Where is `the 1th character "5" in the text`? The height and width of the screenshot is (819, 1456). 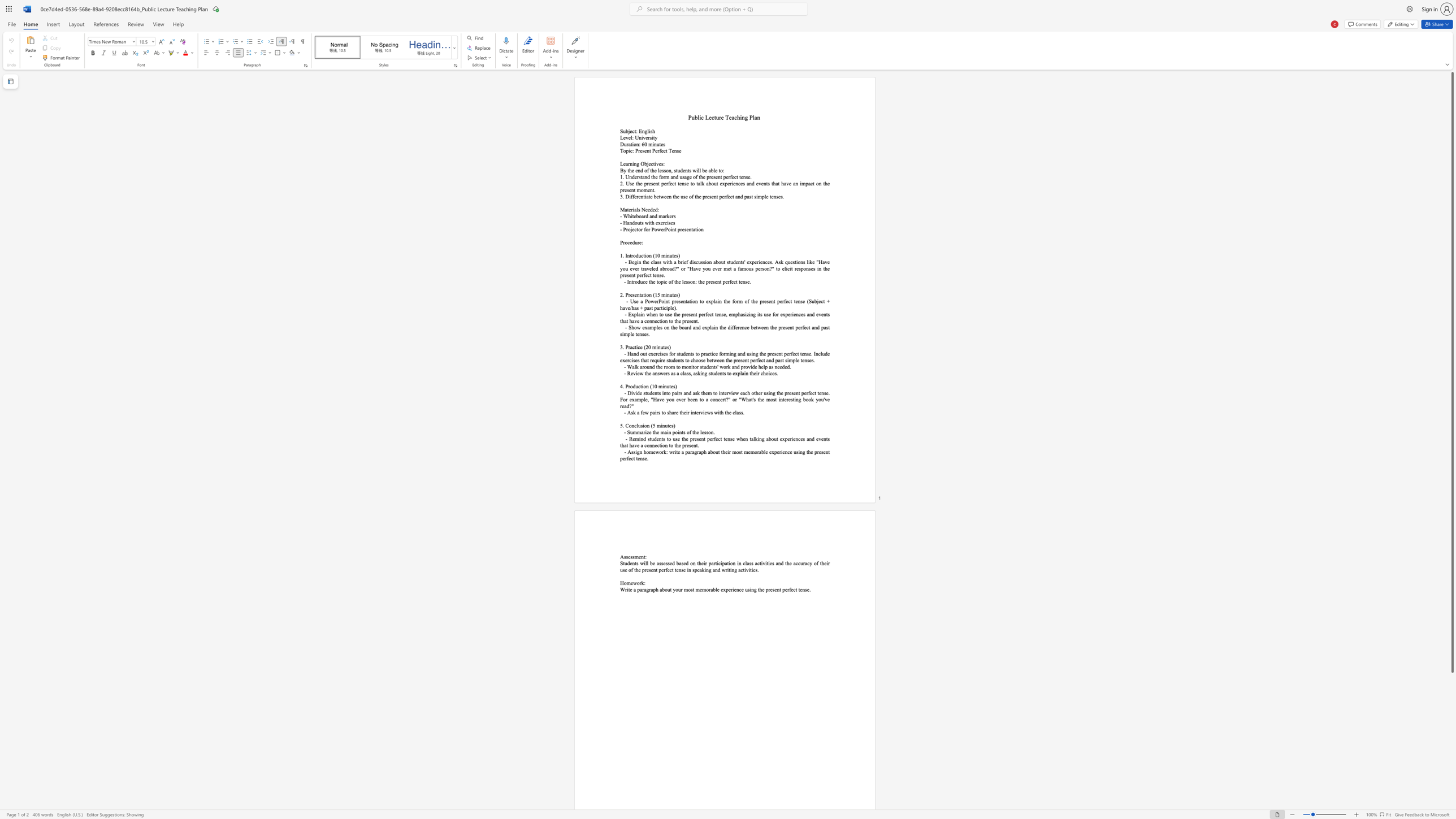 the 1th character "5" in the text is located at coordinates (621, 425).